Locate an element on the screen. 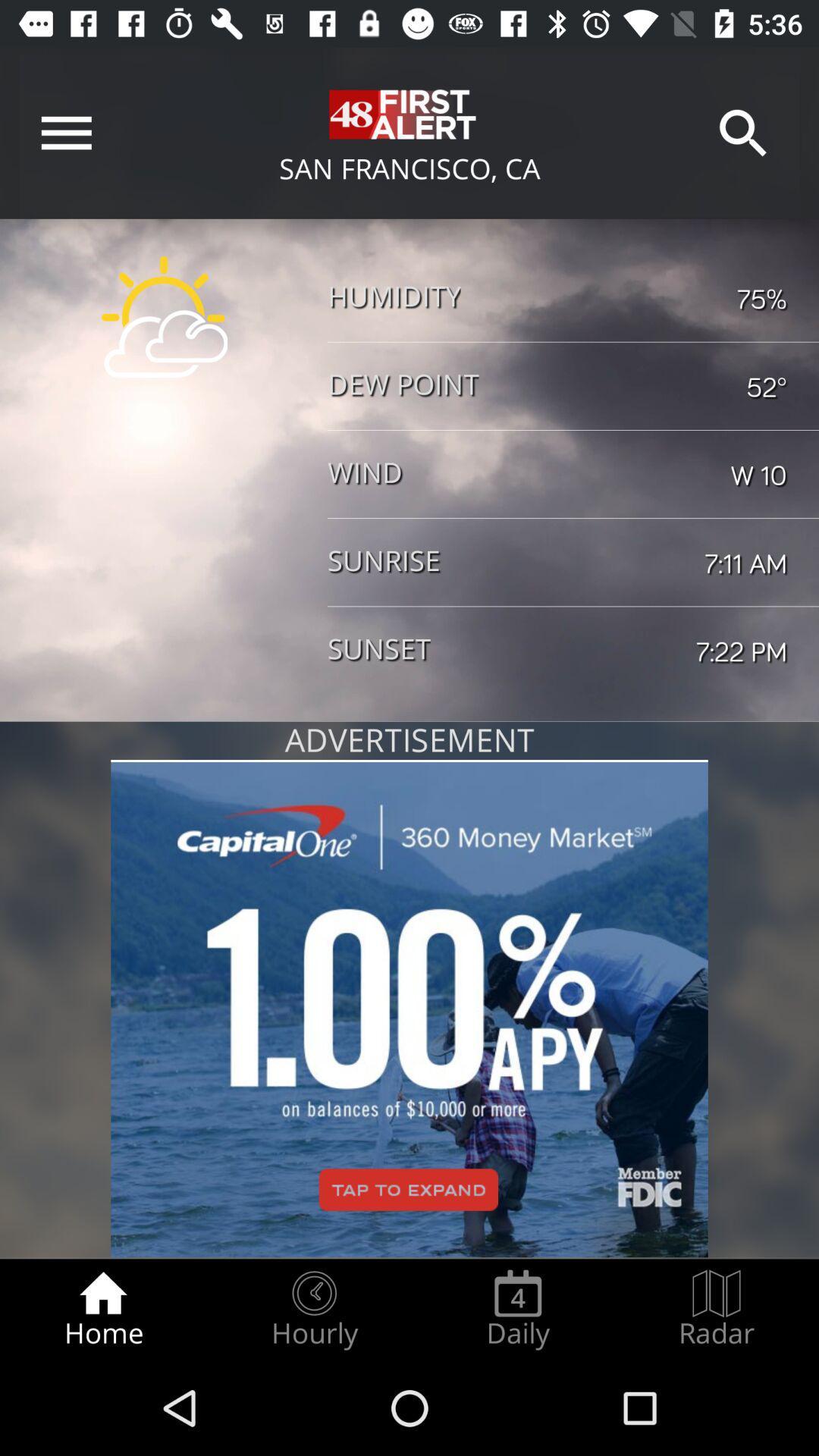  radio button to the left of hourly is located at coordinates (102, 1309).